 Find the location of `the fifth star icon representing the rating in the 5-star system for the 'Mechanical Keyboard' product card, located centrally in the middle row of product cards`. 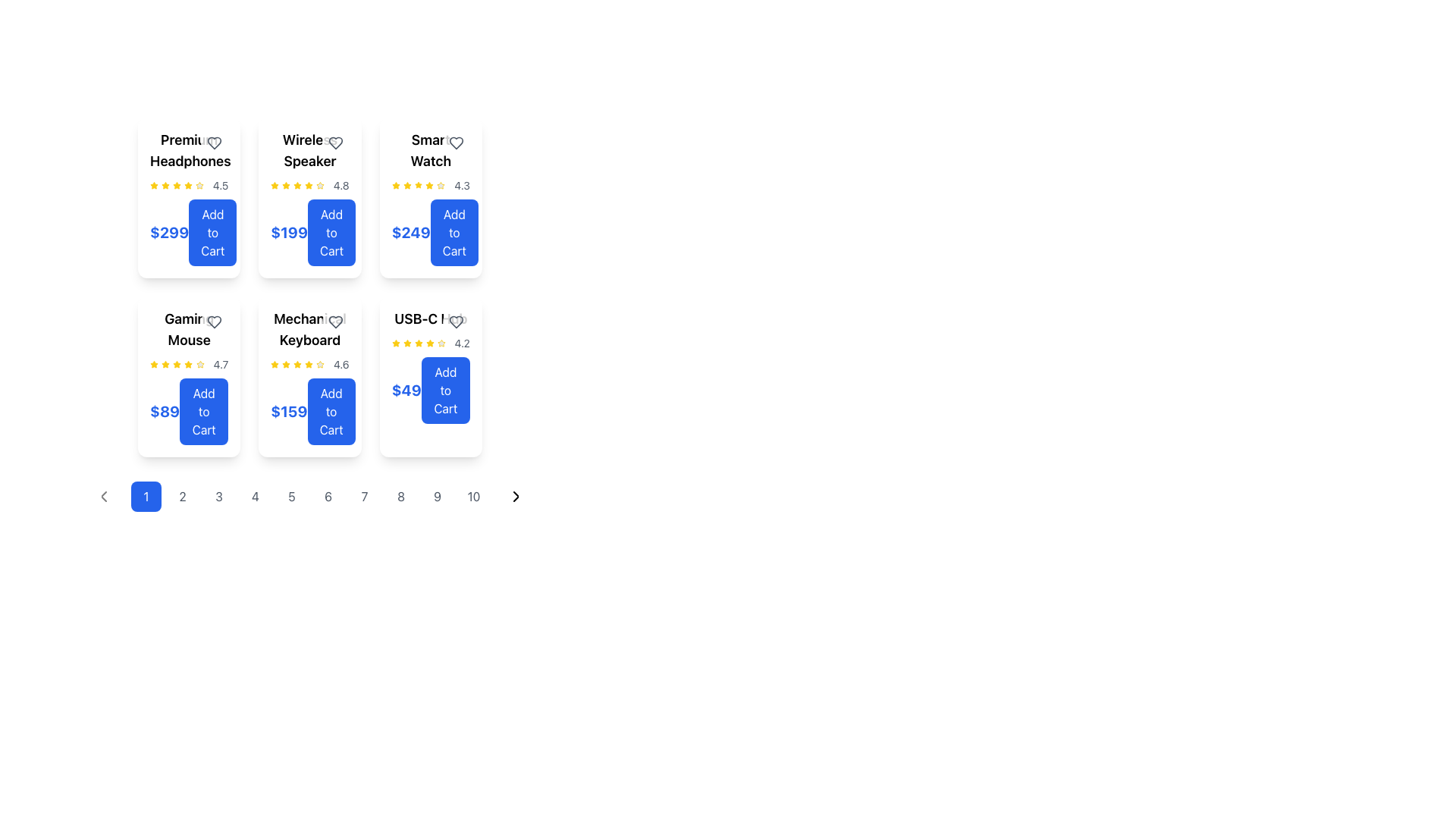

the fifth star icon representing the rating in the 5-star system for the 'Mechanical Keyboard' product card, located centrally in the middle row of product cards is located at coordinates (297, 365).